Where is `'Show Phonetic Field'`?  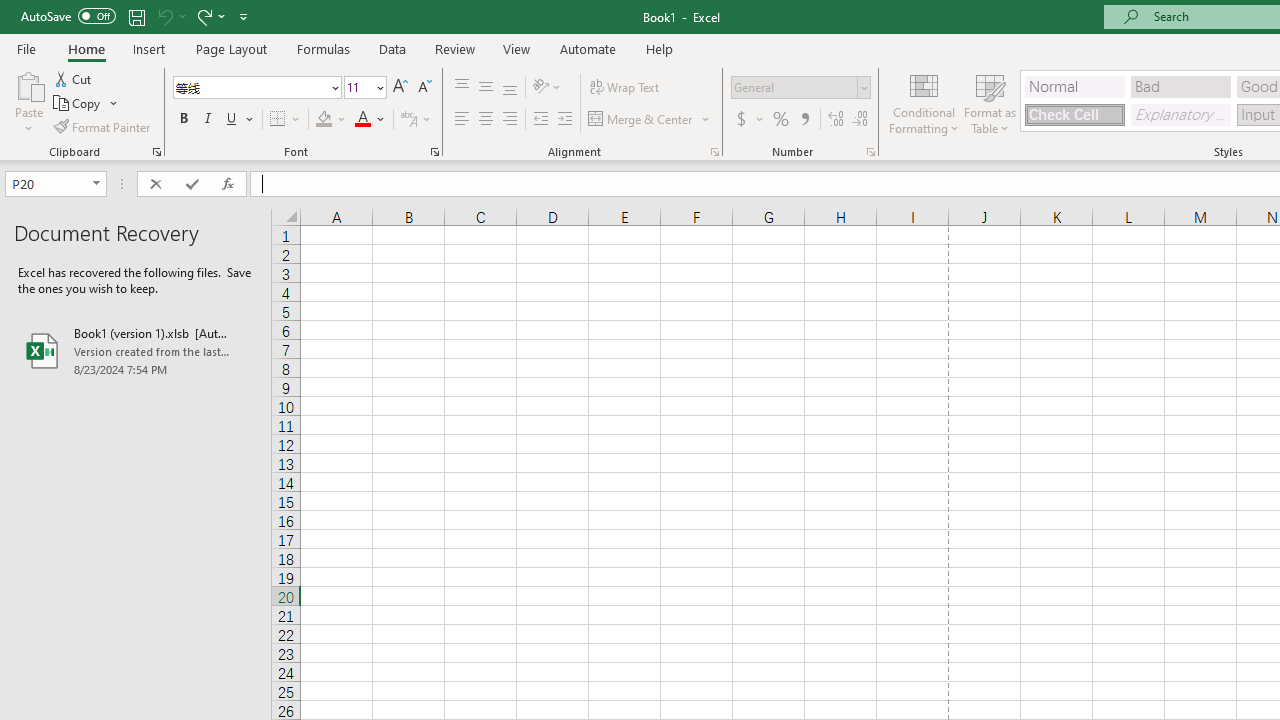 'Show Phonetic Field' is located at coordinates (407, 119).